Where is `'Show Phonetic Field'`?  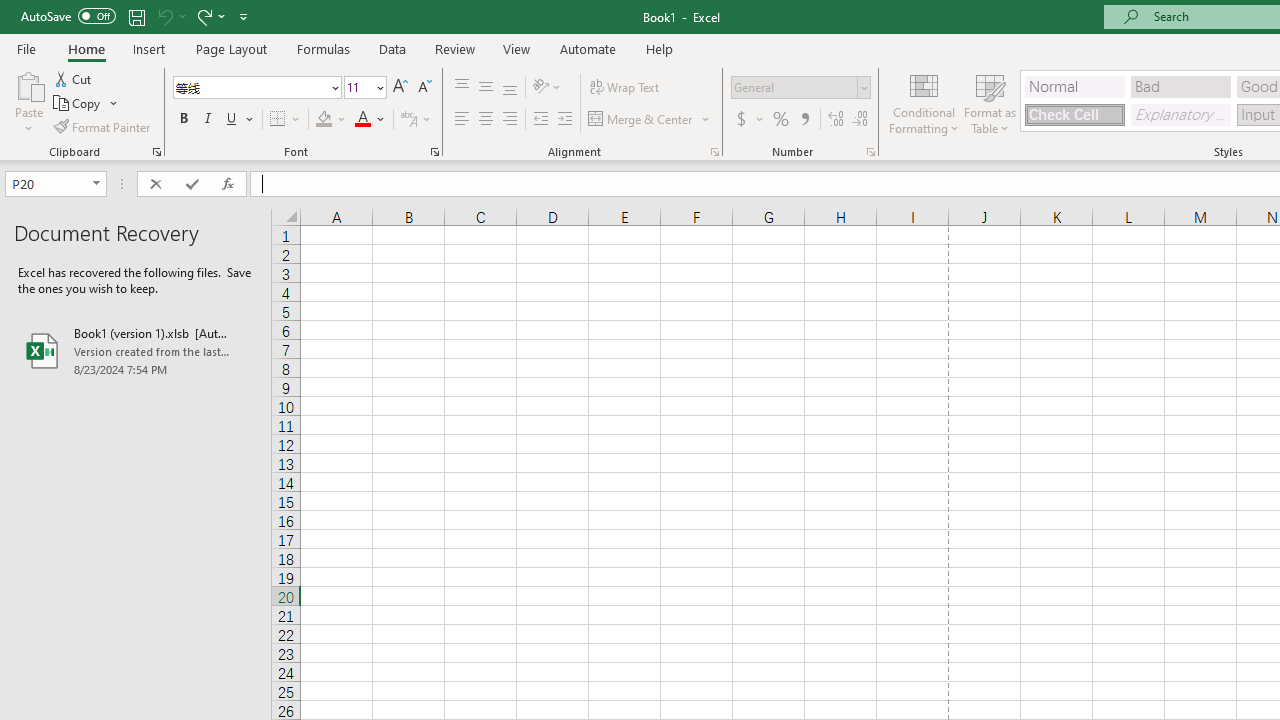 'Show Phonetic Field' is located at coordinates (407, 119).